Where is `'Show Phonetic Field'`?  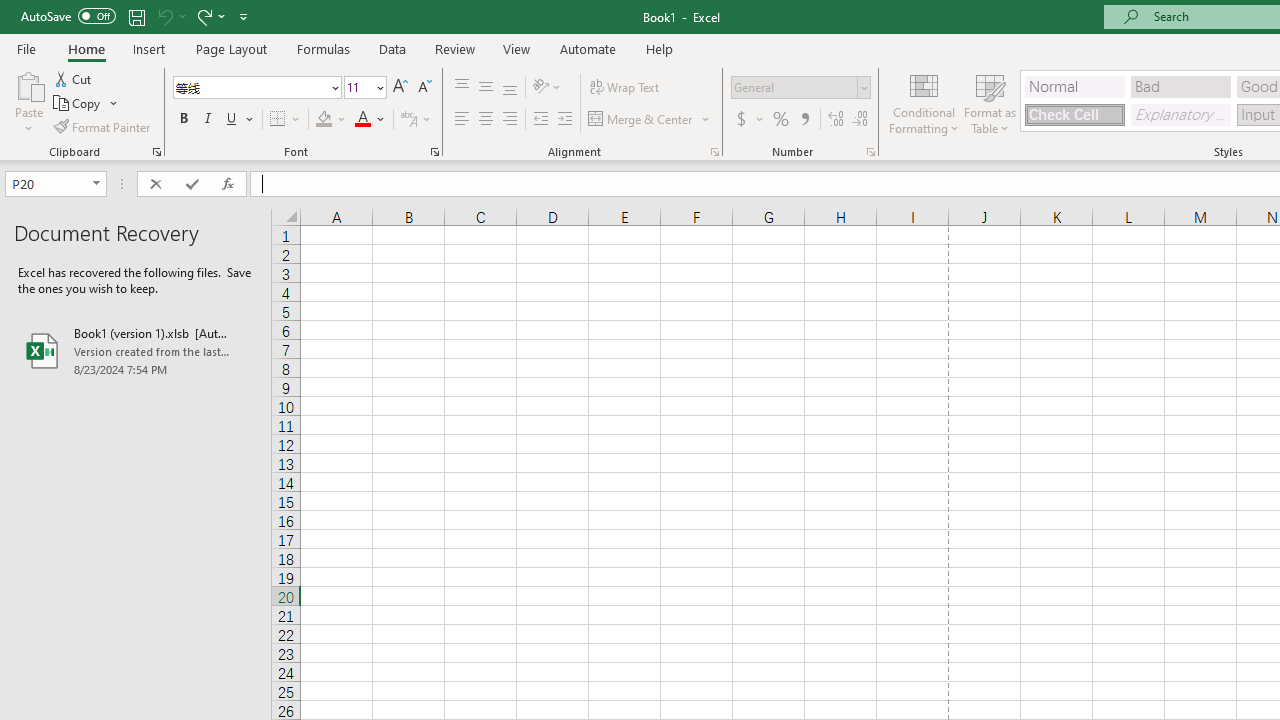 'Show Phonetic Field' is located at coordinates (407, 119).